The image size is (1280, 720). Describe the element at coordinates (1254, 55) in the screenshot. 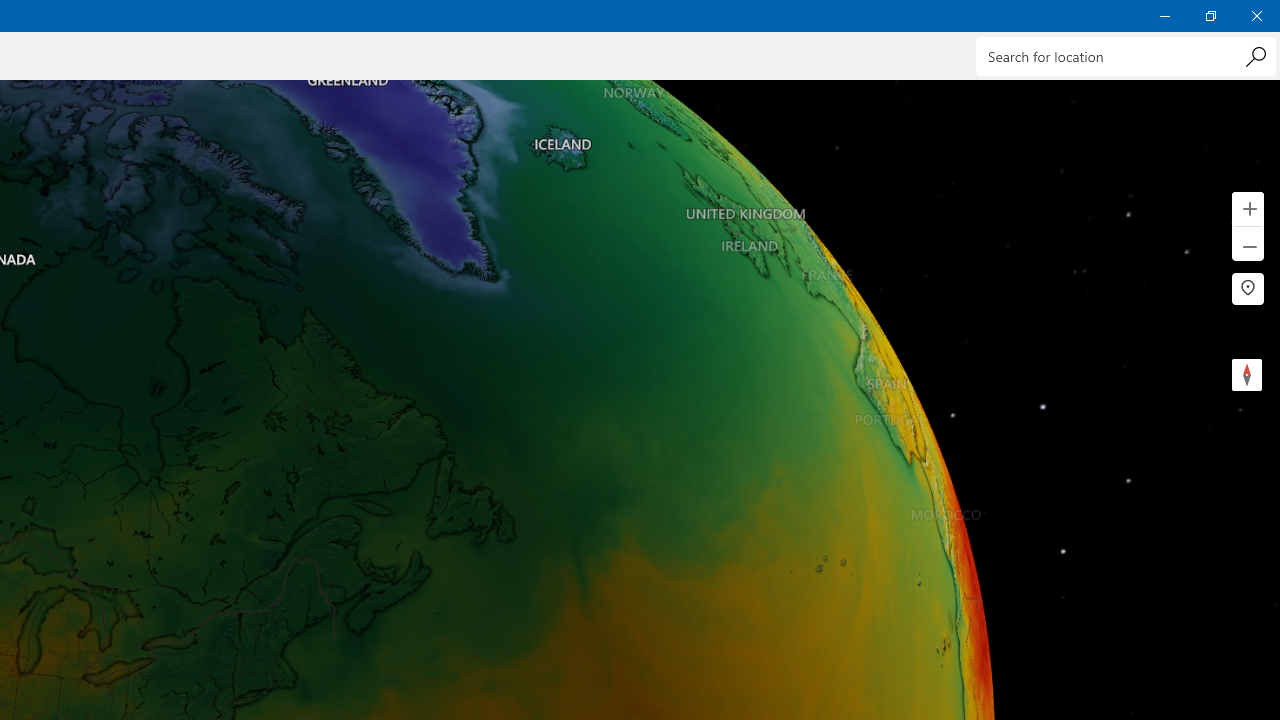

I see `'Search'` at that location.